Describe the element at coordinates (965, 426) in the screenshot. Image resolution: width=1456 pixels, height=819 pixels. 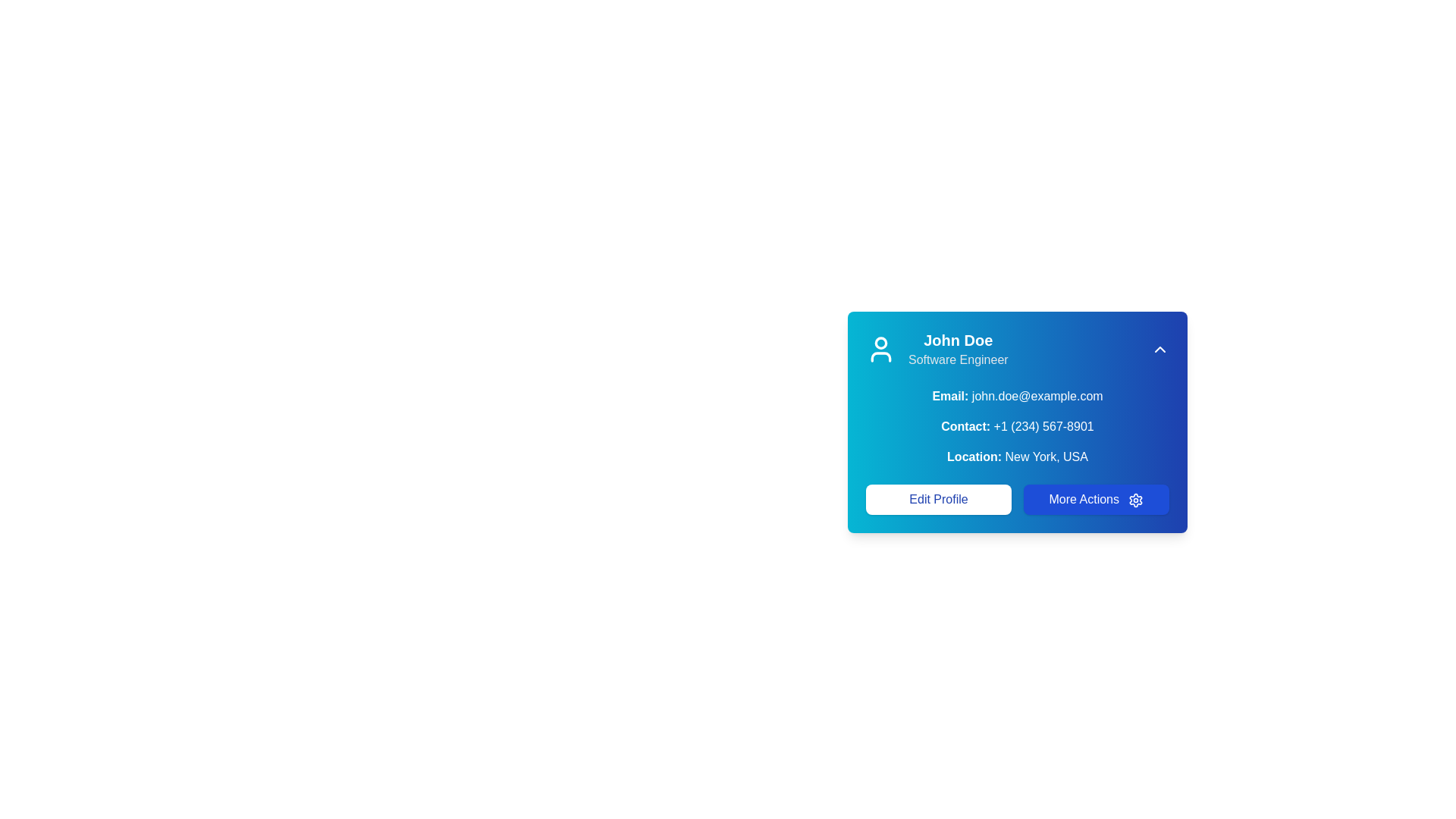
I see `the Text label identifying the adjacent phone number in the contact information section of the card interface` at that location.